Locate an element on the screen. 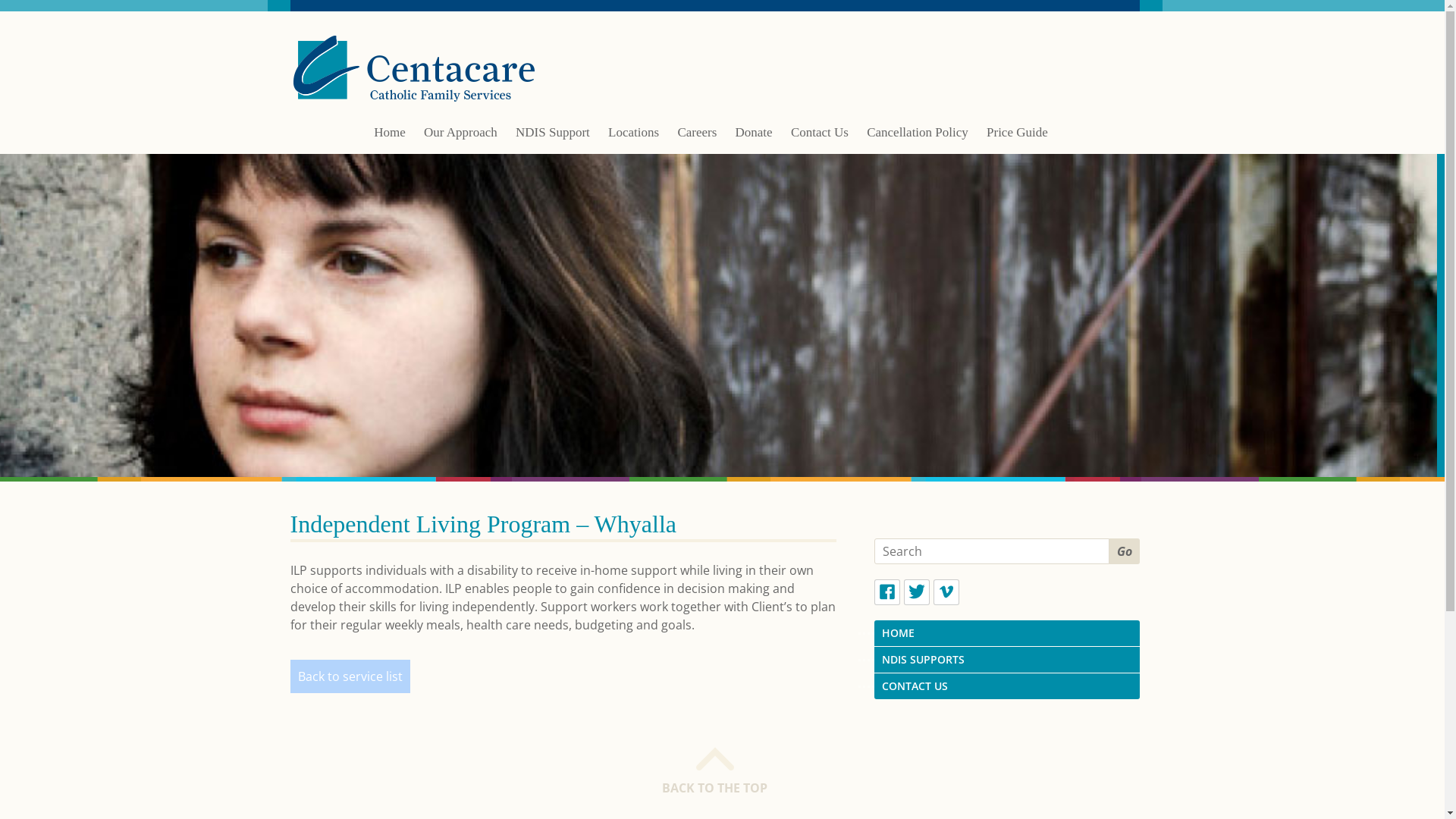 The width and height of the screenshot is (1456, 819). 'Cancellation Policy' is located at coordinates (916, 140).